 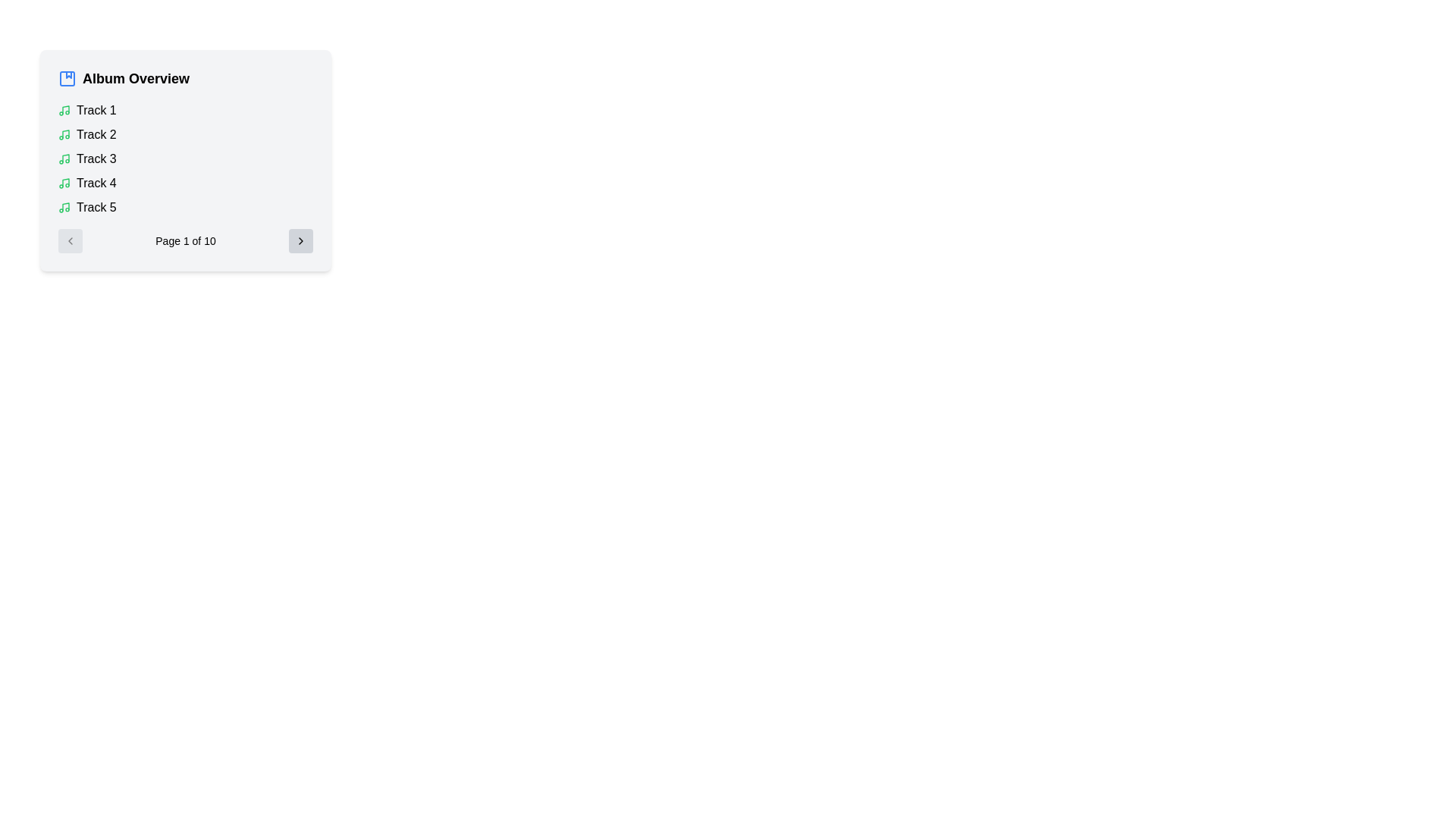 What do you see at coordinates (96, 183) in the screenshot?
I see `the text label 'Track 4' which is positioned in the list of tracks within the 'Album Overview' panel` at bounding box center [96, 183].